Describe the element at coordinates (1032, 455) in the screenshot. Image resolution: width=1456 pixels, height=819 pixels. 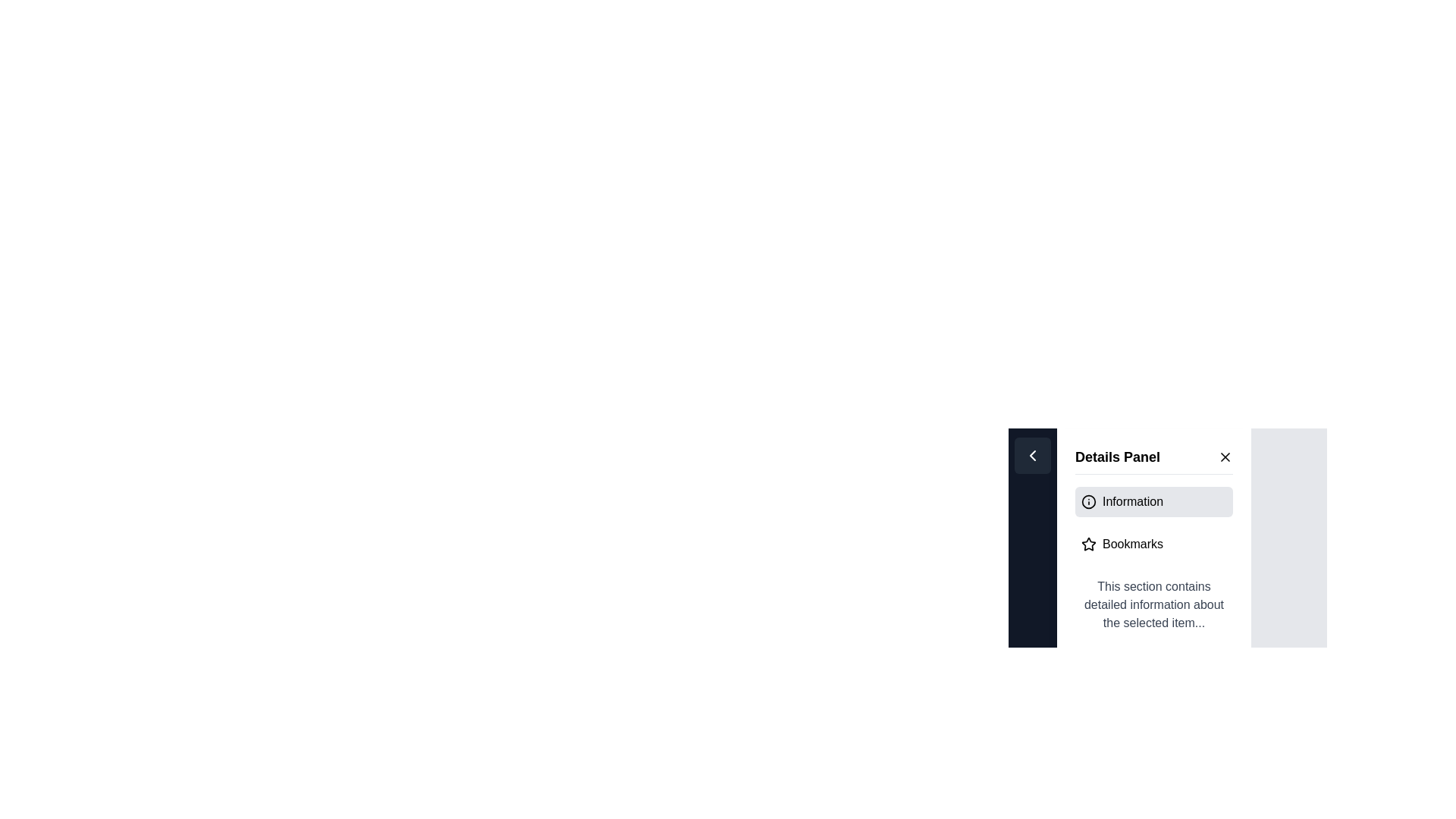
I see `the Icon Button located at the top-left corner of the right-side panel, which is nested inside a round dark blue button` at that location.